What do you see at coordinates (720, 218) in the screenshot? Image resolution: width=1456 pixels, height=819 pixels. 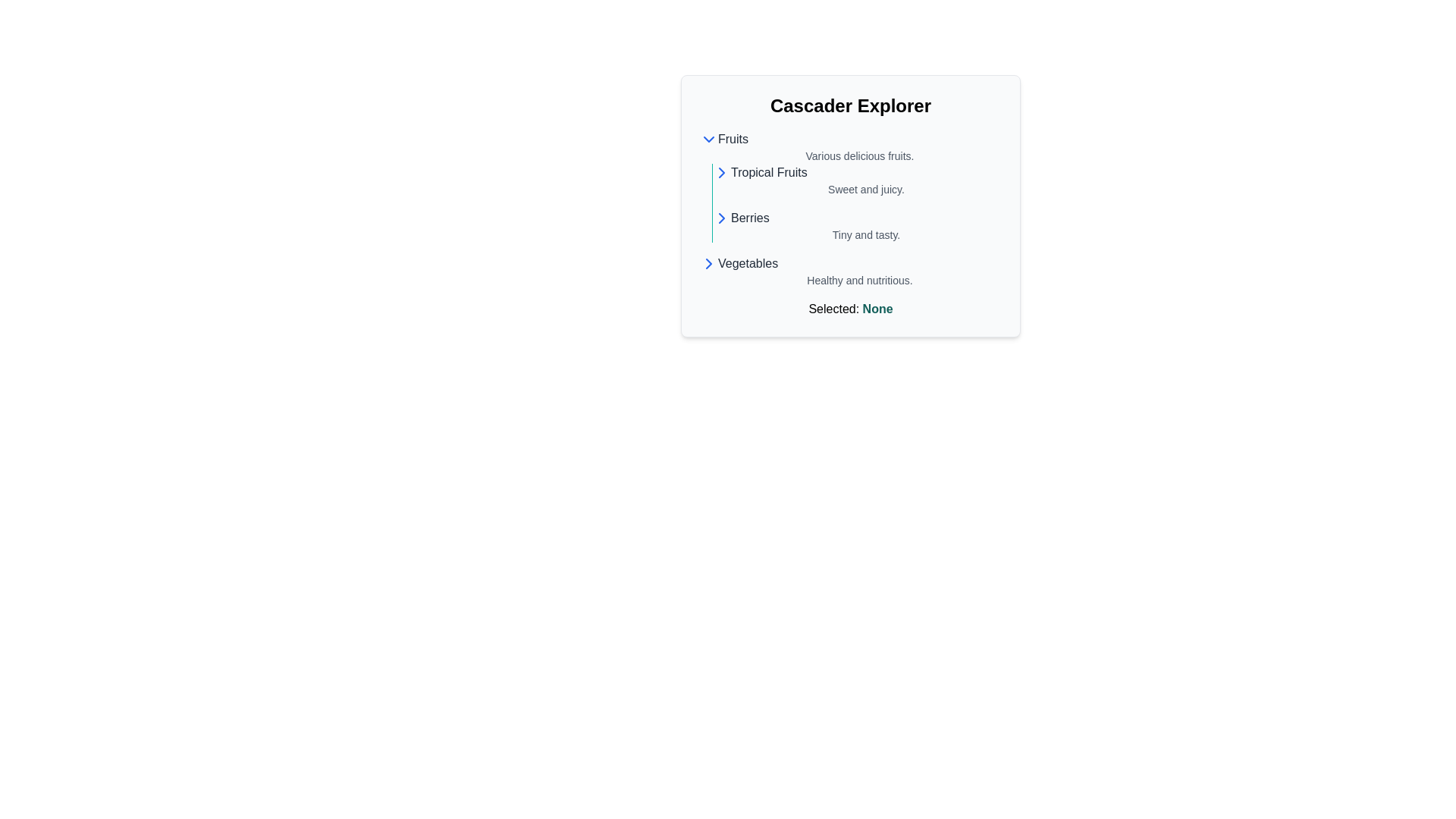 I see `the Chevron-right icon located to the left of the 'Berries' text under the 'Tropical Fruits' category in the Cascader Explorer interface to receive a visual indication of interactivity` at bounding box center [720, 218].